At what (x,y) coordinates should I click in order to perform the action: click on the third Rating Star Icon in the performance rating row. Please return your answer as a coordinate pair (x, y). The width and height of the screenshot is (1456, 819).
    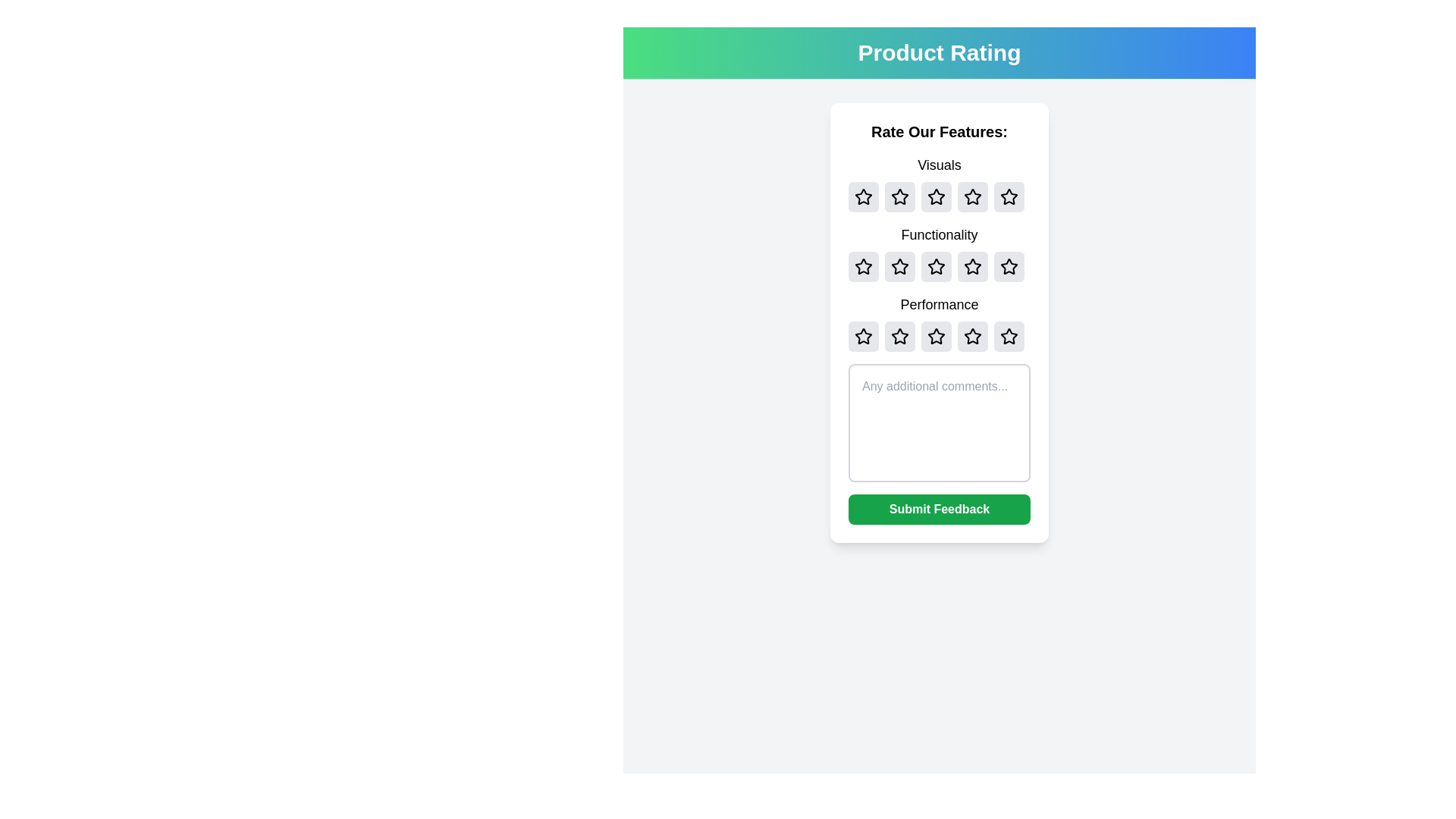
    Looking at the image, I should click on (899, 335).